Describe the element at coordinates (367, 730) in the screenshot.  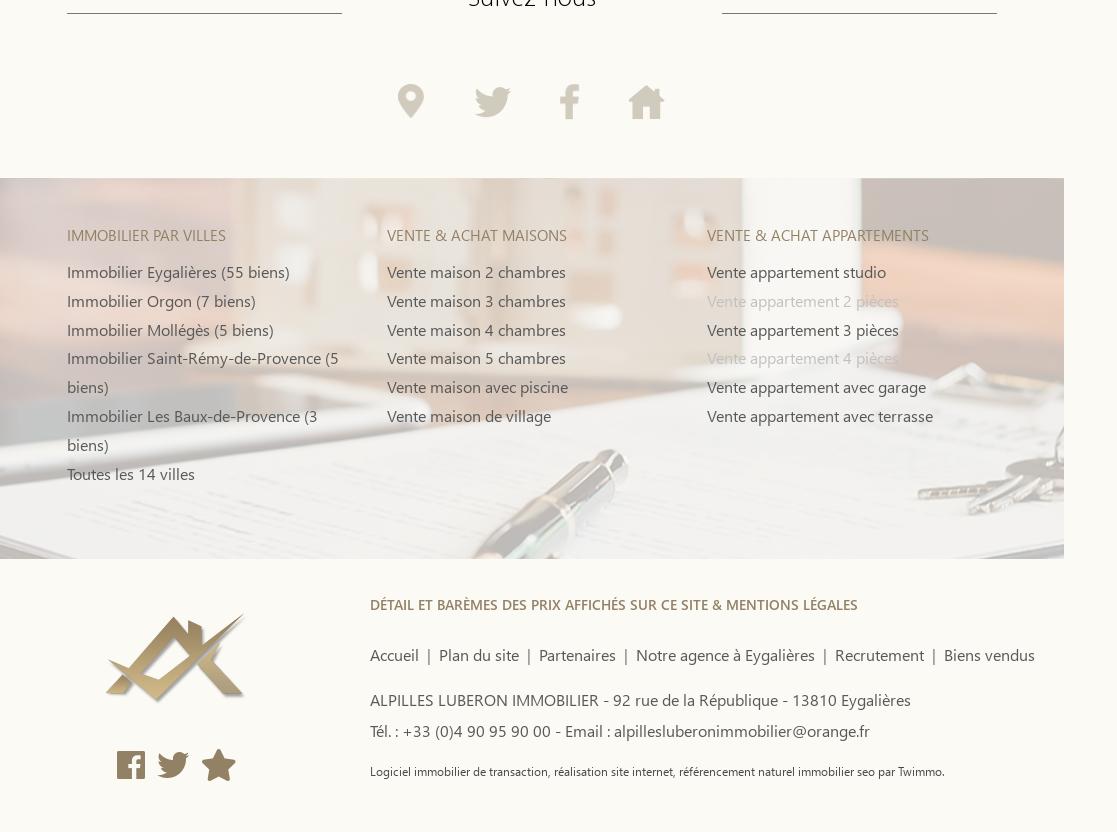
I see `'Tél. : +33 (0)4 90 95 90 00    -'` at that location.